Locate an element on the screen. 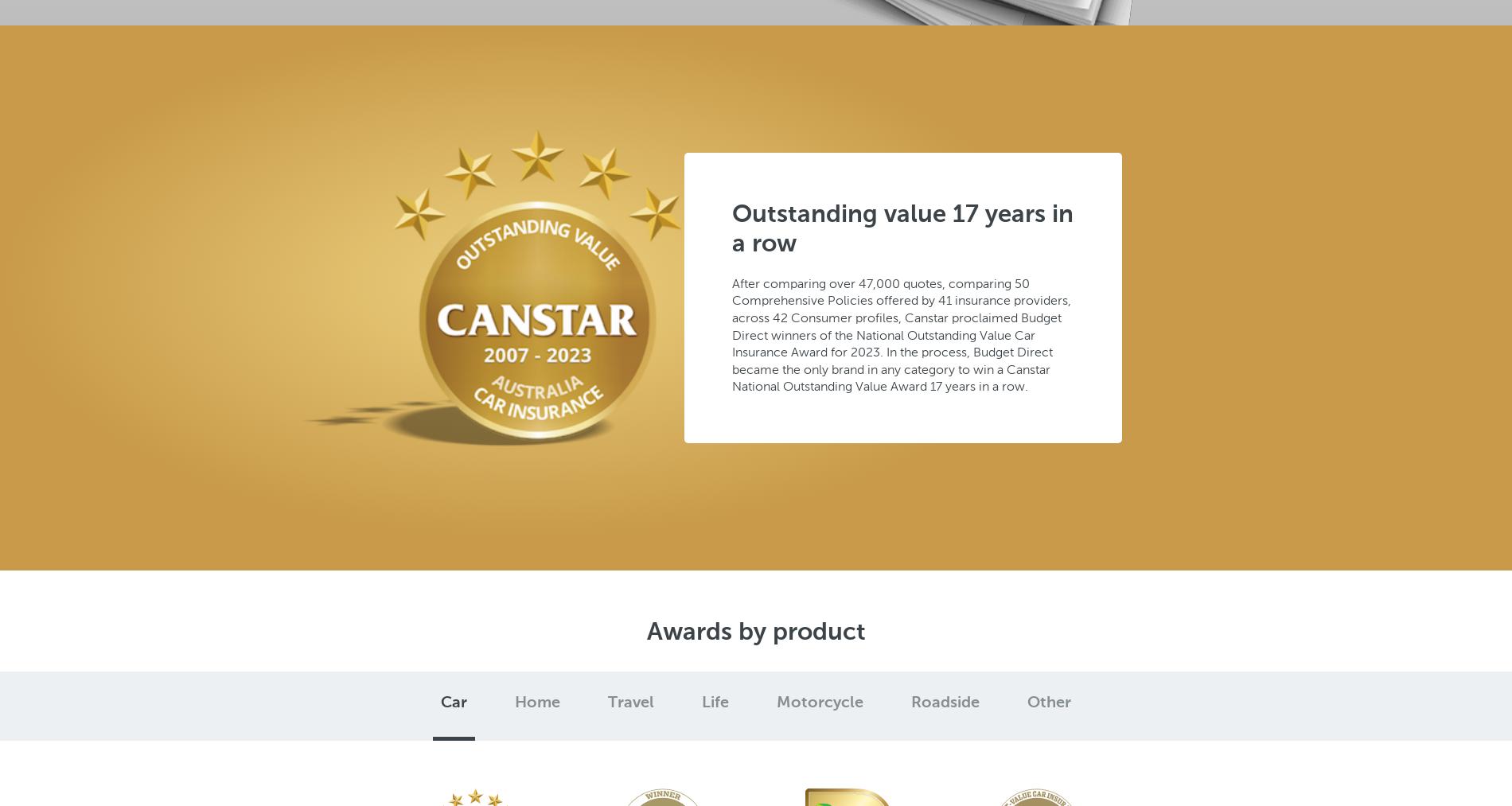 Image resolution: width=1512 pixels, height=806 pixels. 'After comparing over 47,000 quotes, comparing 50 Comprehensive Policies offered by 41 insurance providers, across 42 Consumer profiles, Canstar proclaimed Budget Direct winners of the National Outstanding Value Car Insurance Award for 2023. In the process, Budget Direct became the only brand in any category to win a Canstar National Outstanding Value Award 17 years in a row.' is located at coordinates (901, 333).